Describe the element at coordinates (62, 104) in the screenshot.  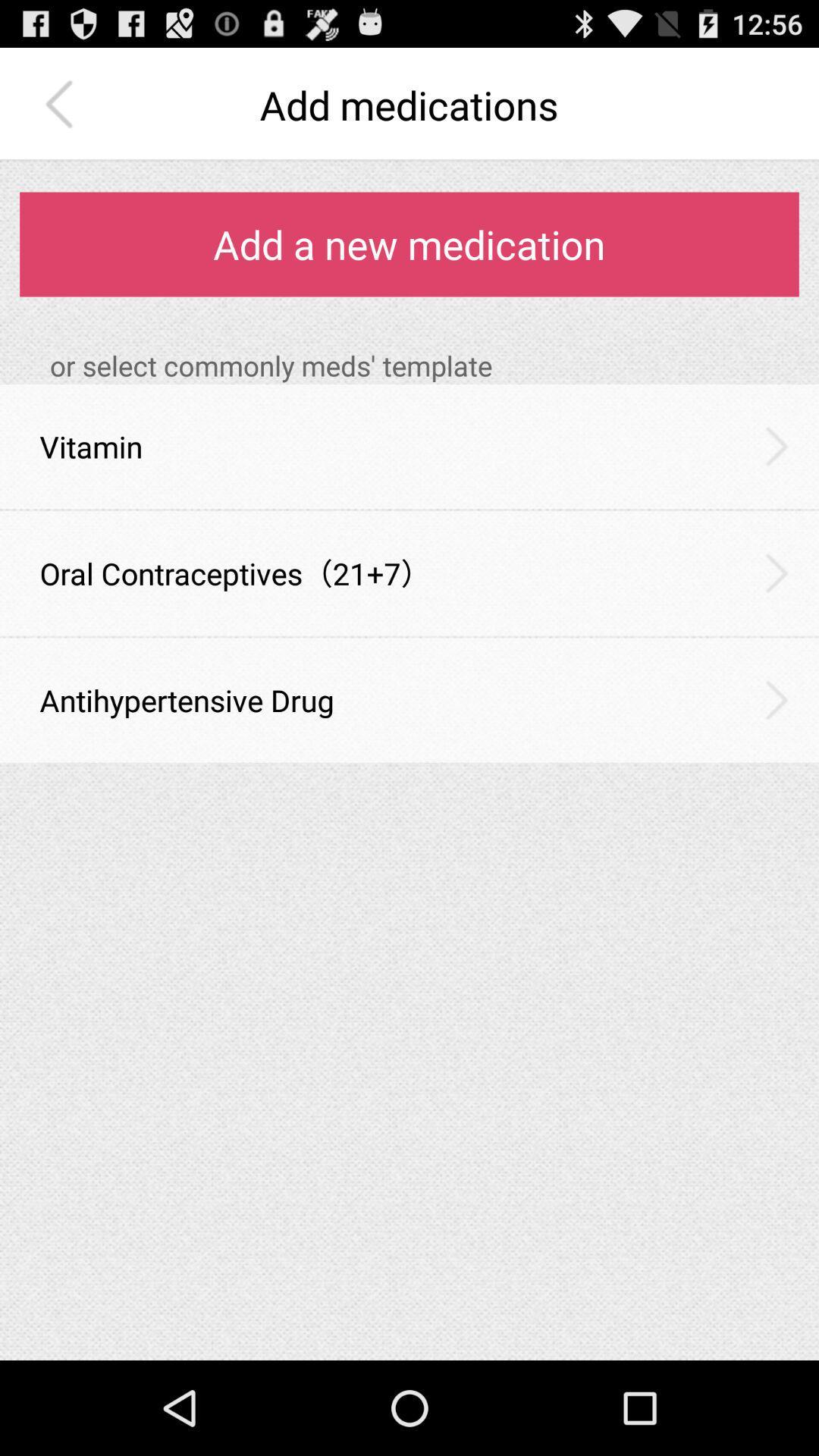
I see `the item next to add medications` at that location.